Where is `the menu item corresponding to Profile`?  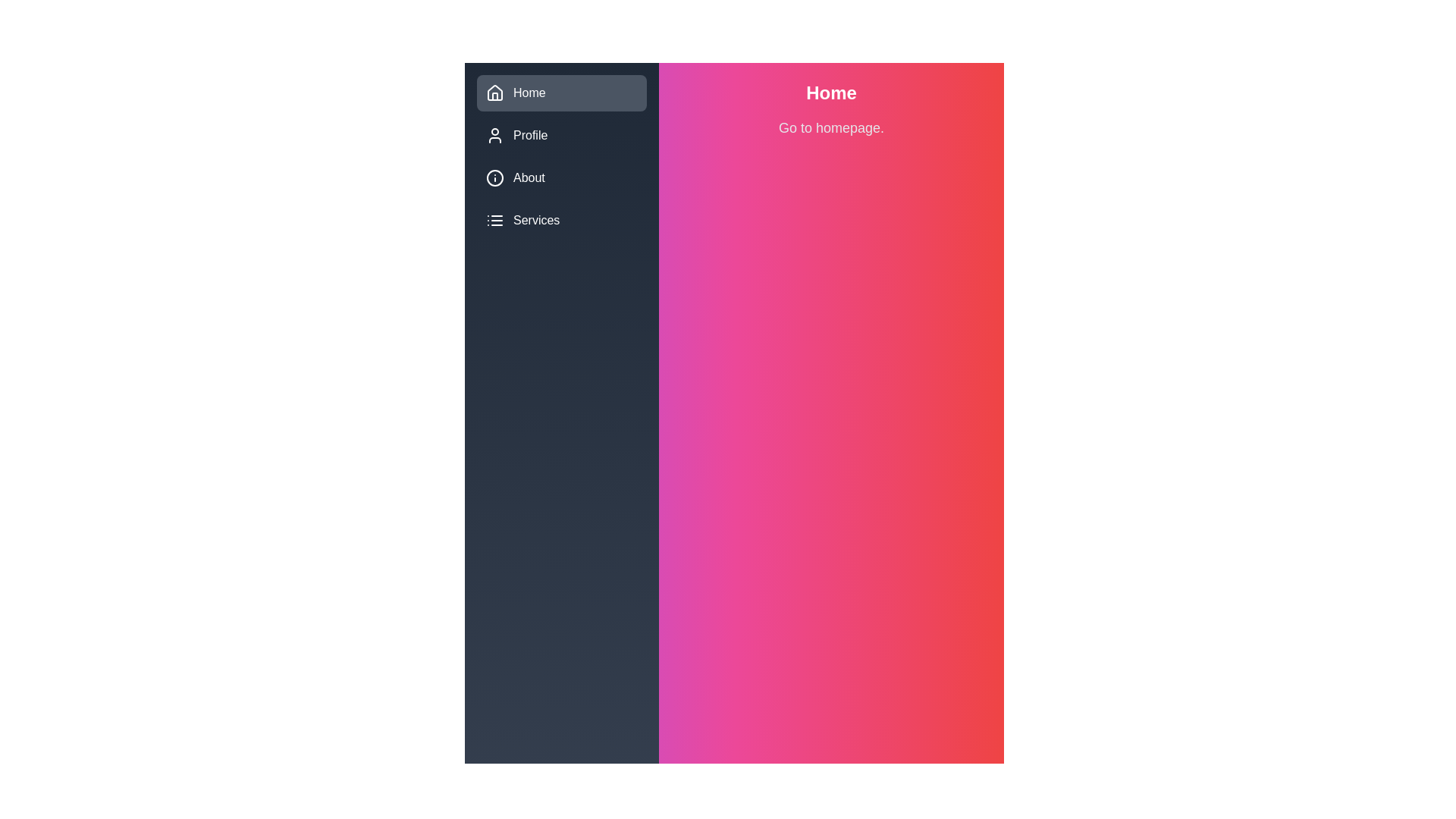
the menu item corresponding to Profile is located at coordinates (494, 134).